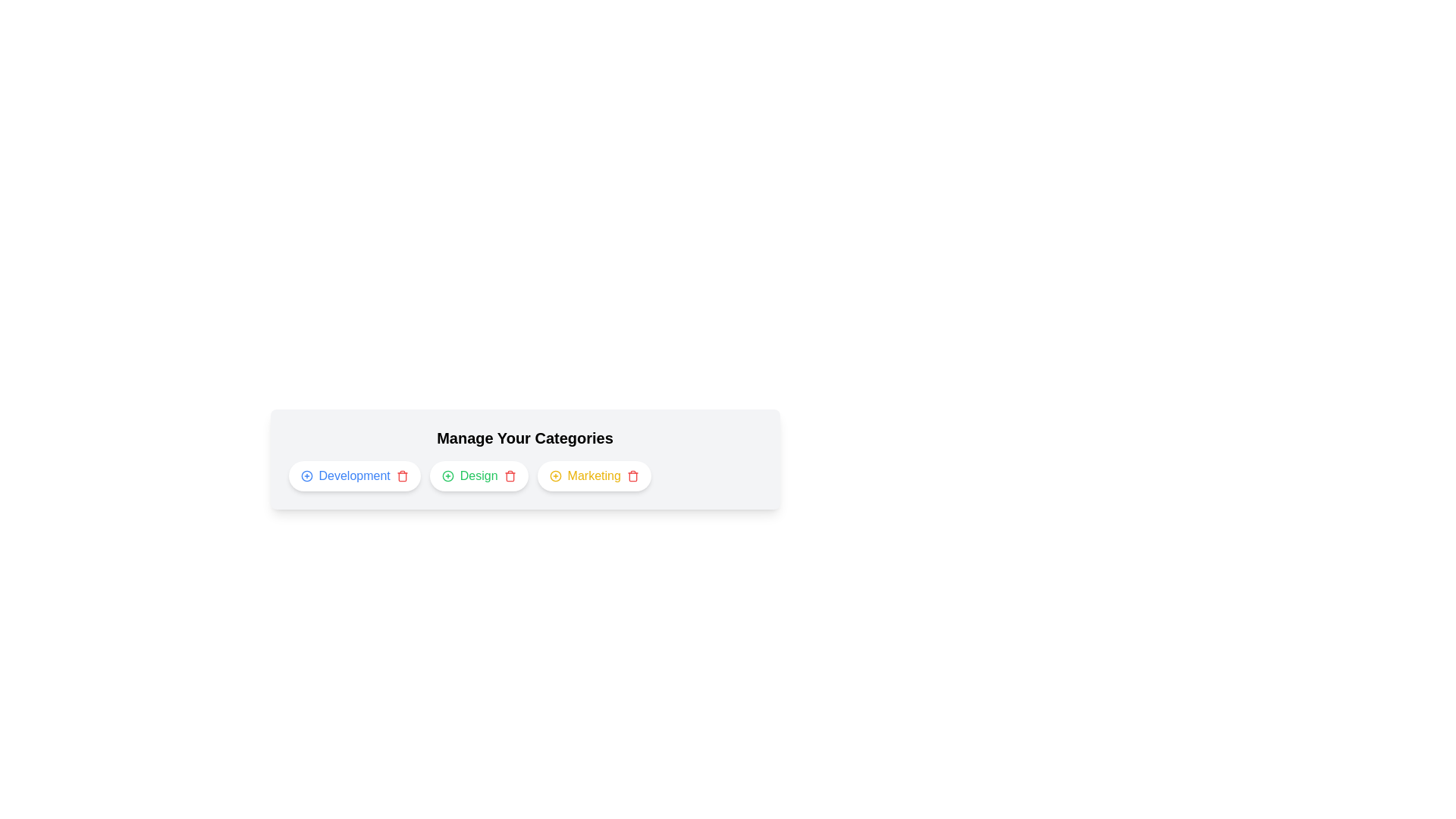  Describe the element at coordinates (353, 475) in the screenshot. I see `the category Development to highlight it` at that location.